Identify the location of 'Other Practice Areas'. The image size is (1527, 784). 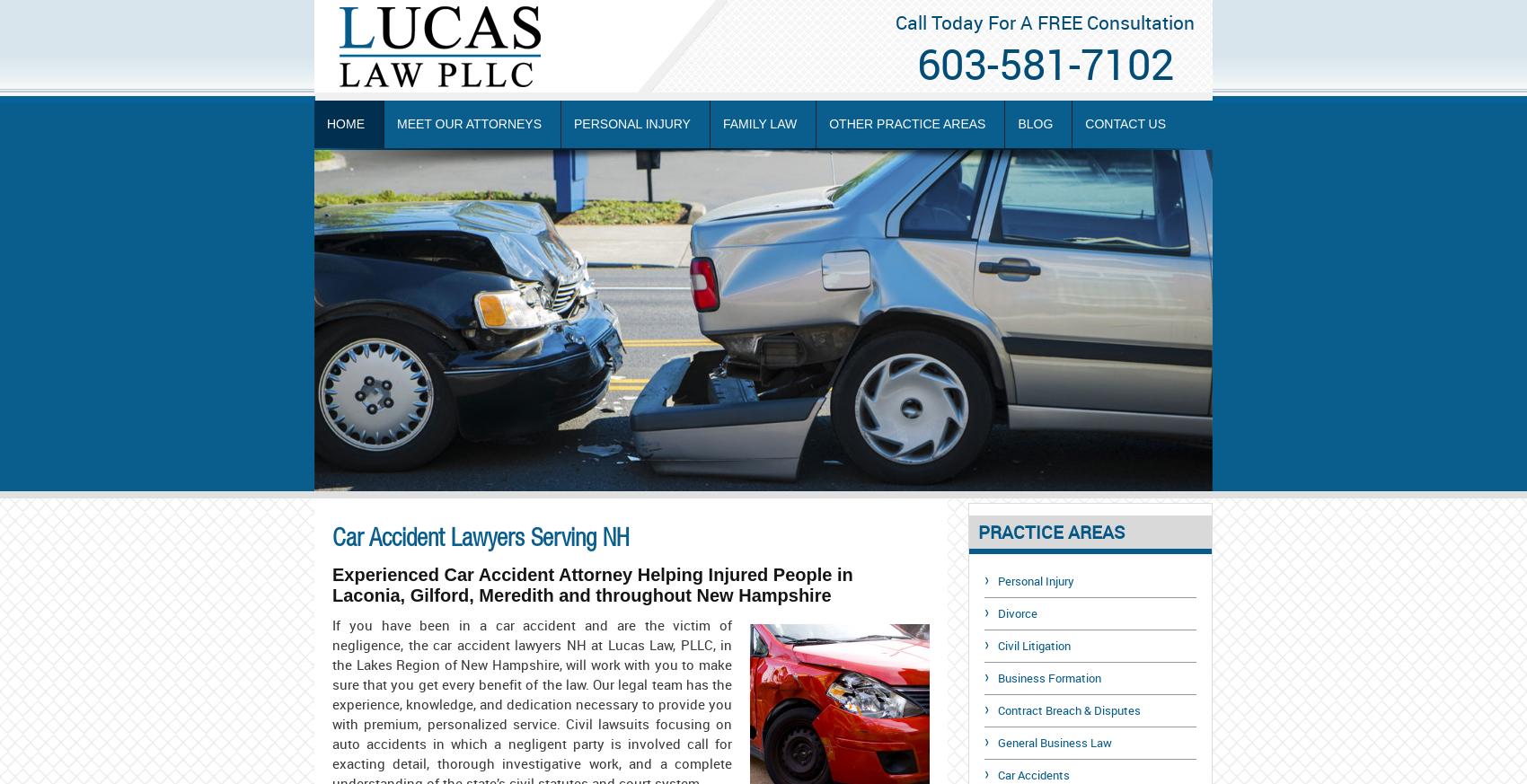
(828, 124).